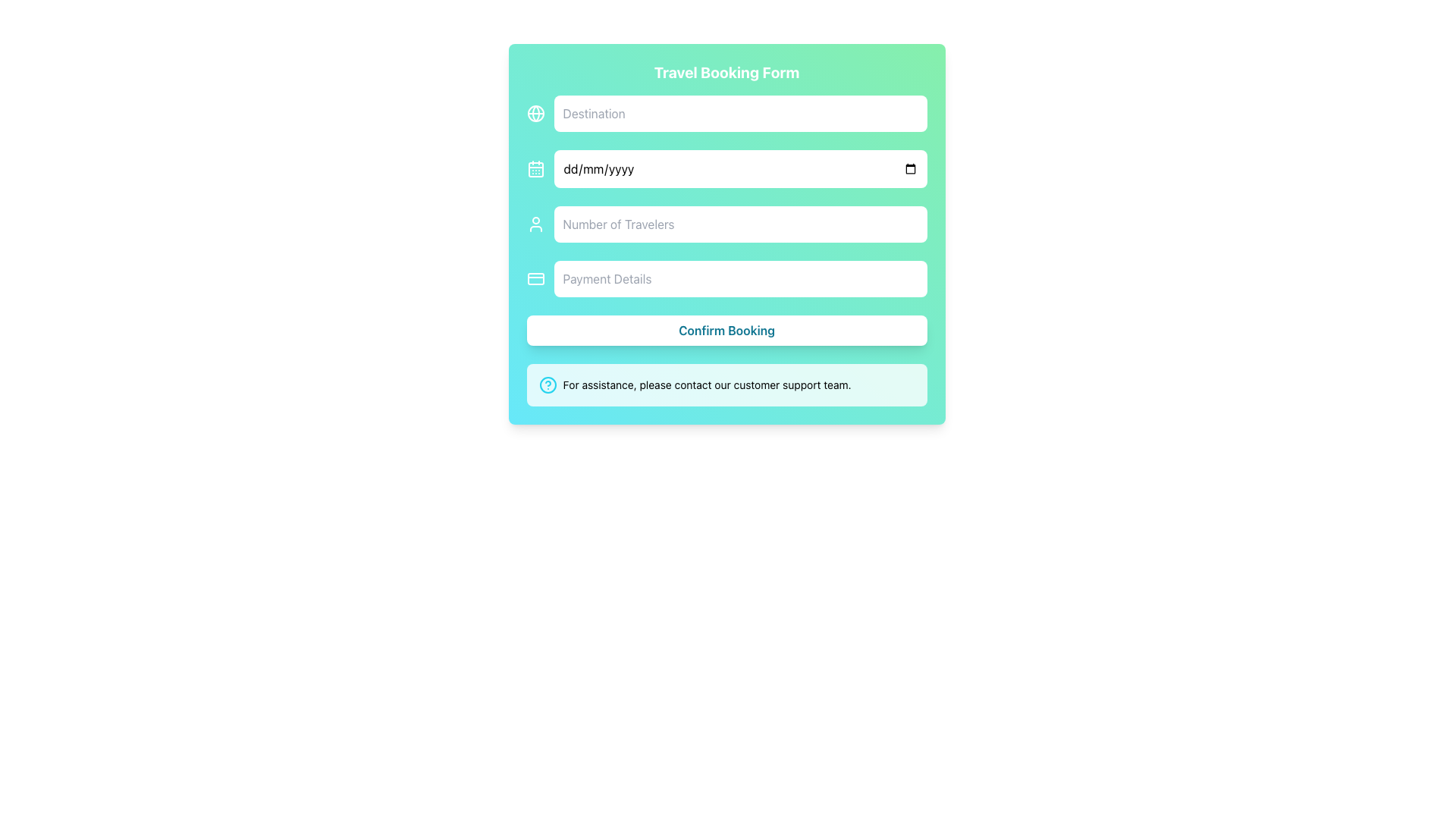  I want to click on the rectangular button labeled 'Confirm Booking' with a white background and blue text, located at the bottom of the 'Travel Booking Form' interface to confirm the booking, so click(726, 329).